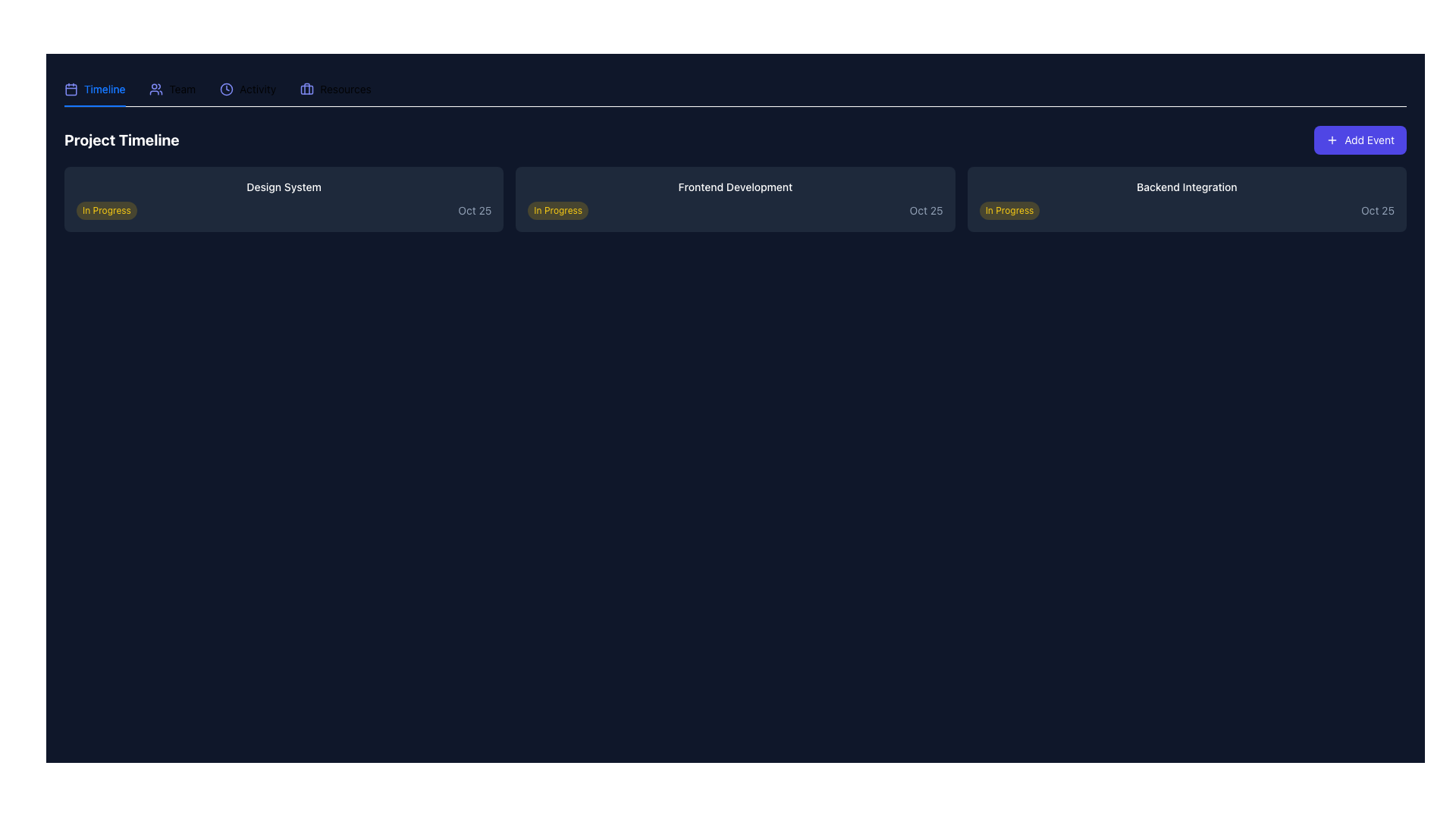 The height and width of the screenshot is (819, 1456). What do you see at coordinates (306, 89) in the screenshot?
I see `the small indigo briefcase icon located to the left of the 'Resources' text in the top navigation bar` at bounding box center [306, 89].